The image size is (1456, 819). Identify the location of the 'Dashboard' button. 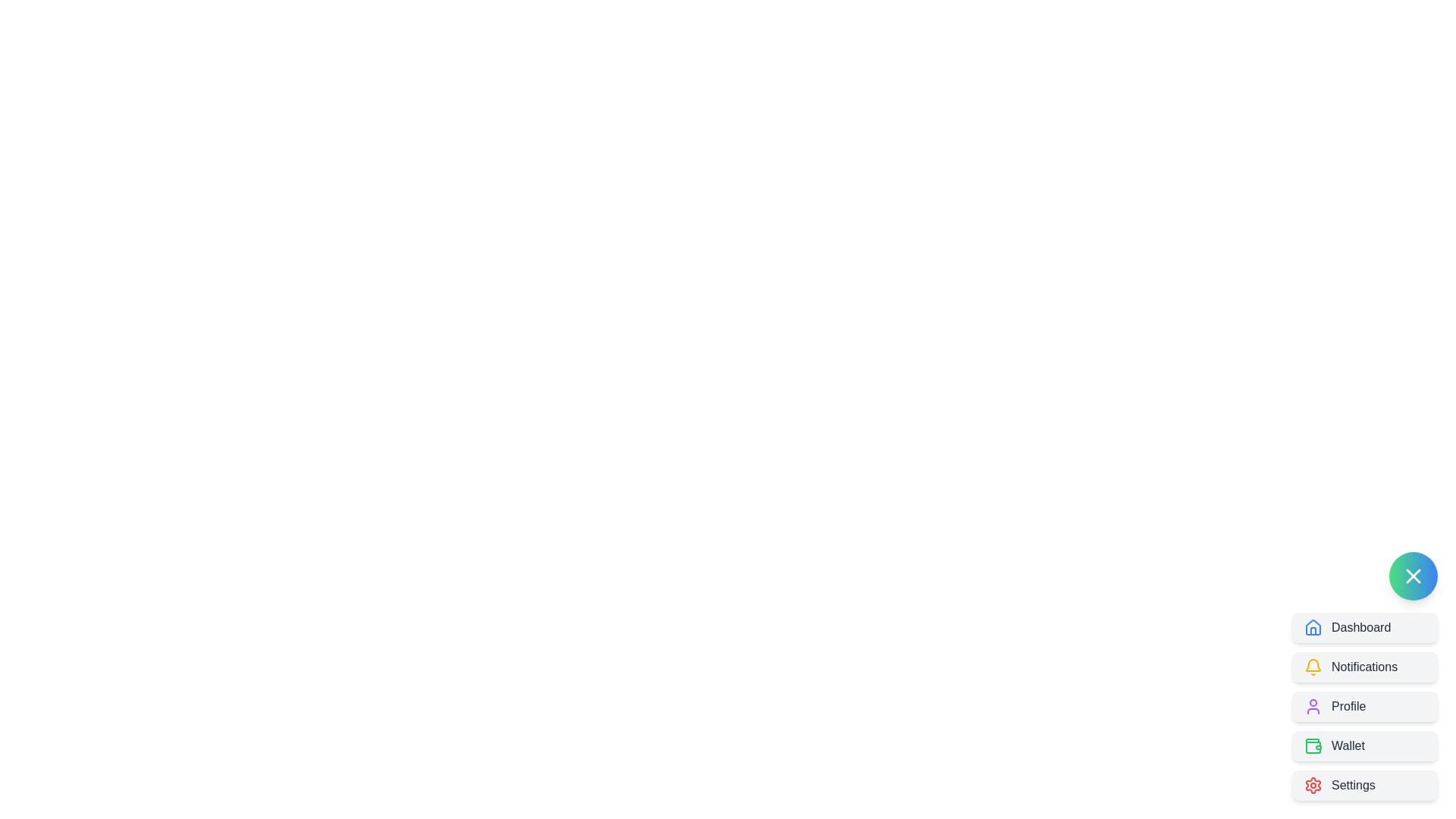
(1365, 628).